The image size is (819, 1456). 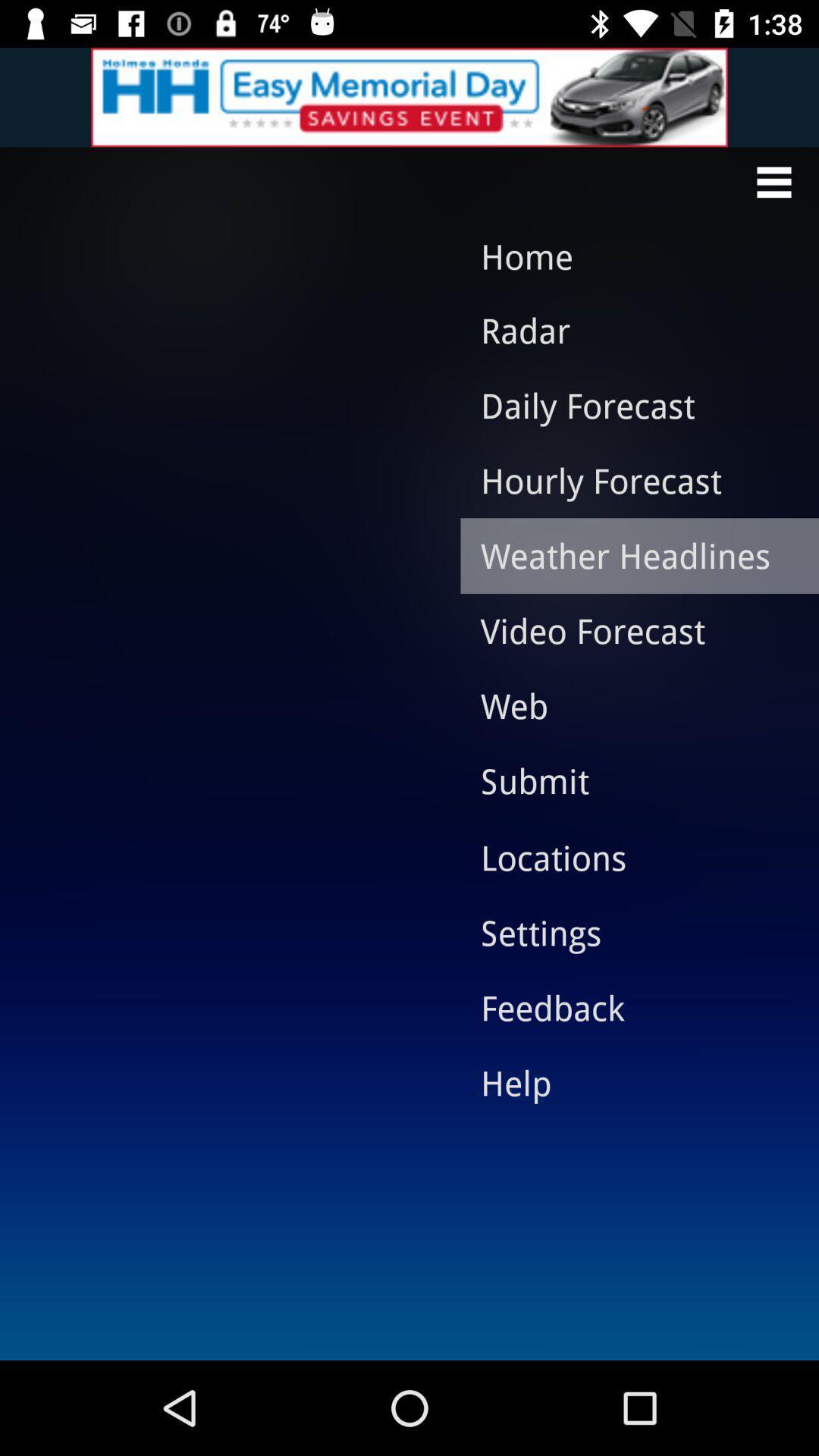 I want to click on the icon above the hourly forecast icon, so click(x=628, y=405).